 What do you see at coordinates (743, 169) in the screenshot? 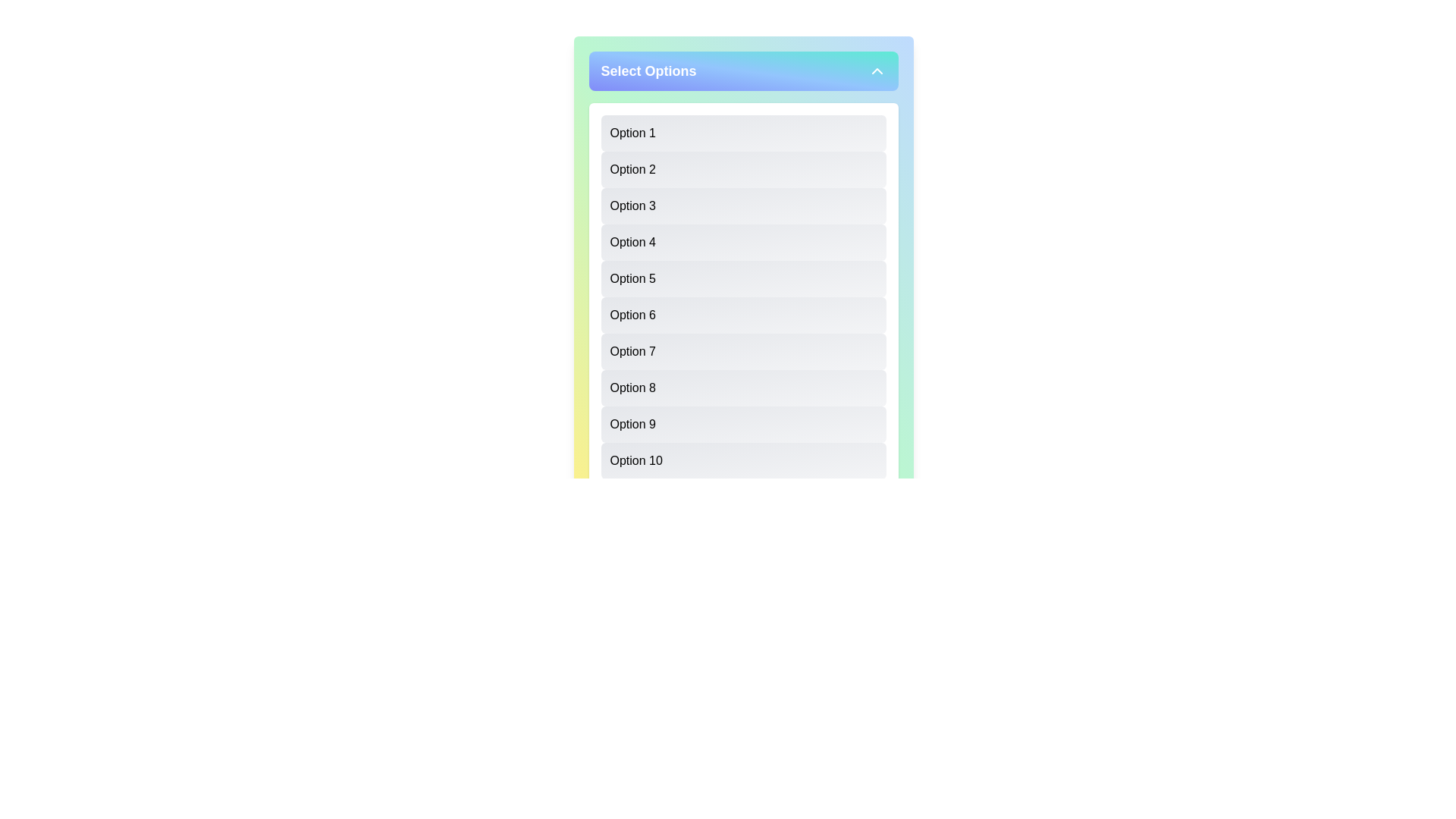
I see `the second item in the vertically aligned selection list` at bounding box center [743, 169].